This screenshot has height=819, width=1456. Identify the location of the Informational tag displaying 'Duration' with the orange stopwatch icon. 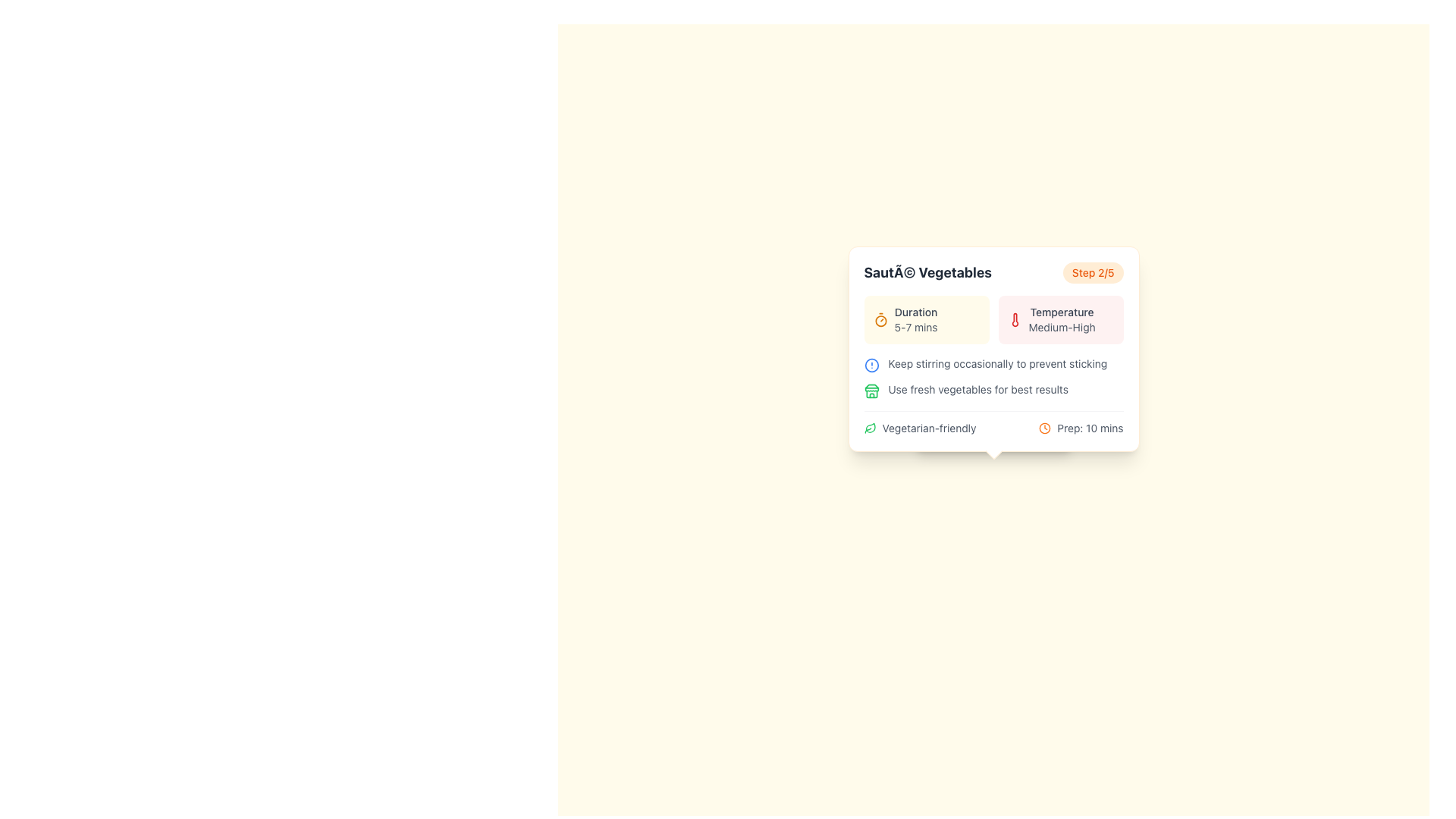
(926, 318).